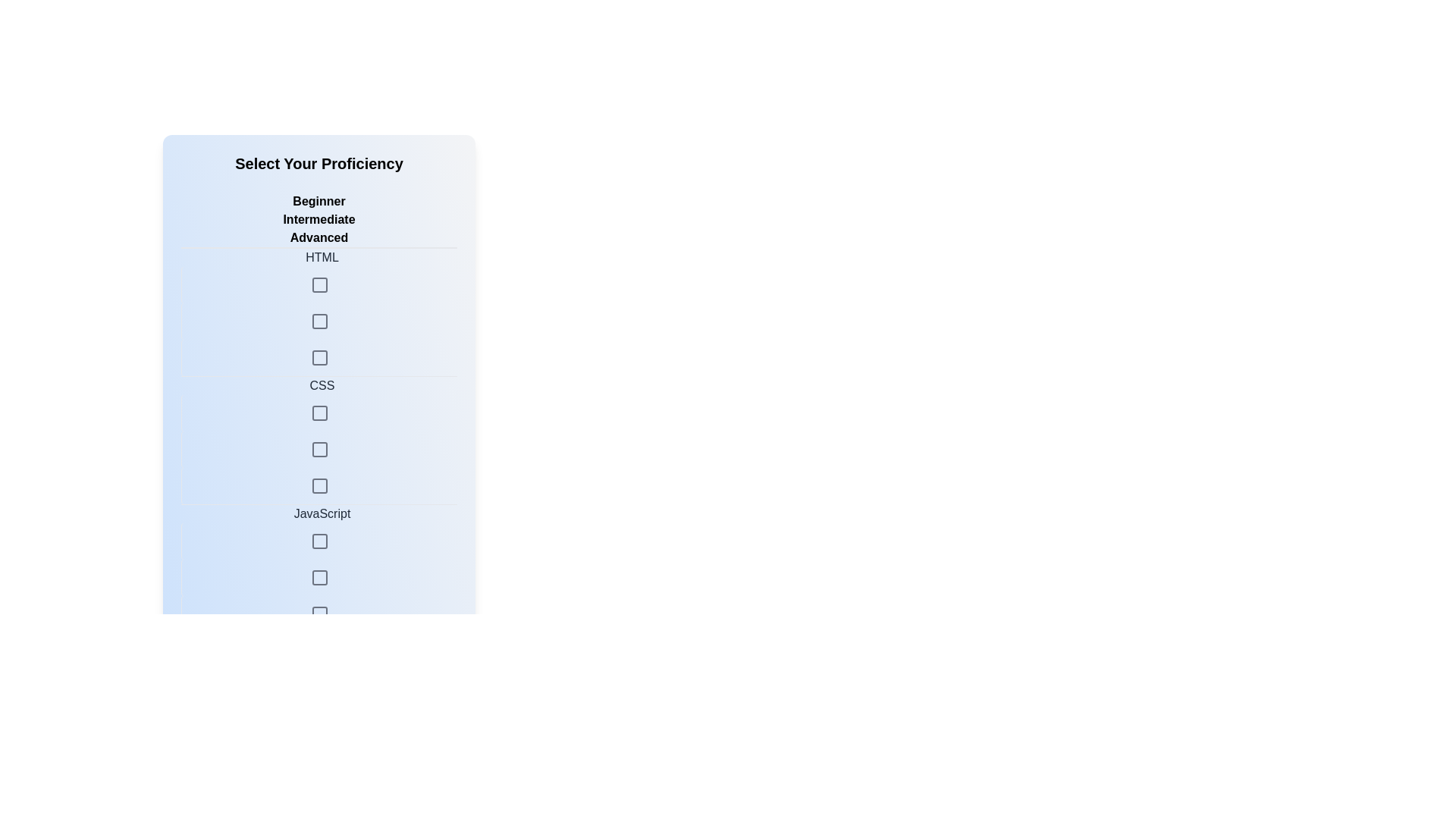 Image resolution: width=1456 pixels, height=819 pixels. What do you see at coordinates (318, 503) in the screenshot?
I see `the skill level Beginner for the skill JavaScript` at bounding box center [318, 503].